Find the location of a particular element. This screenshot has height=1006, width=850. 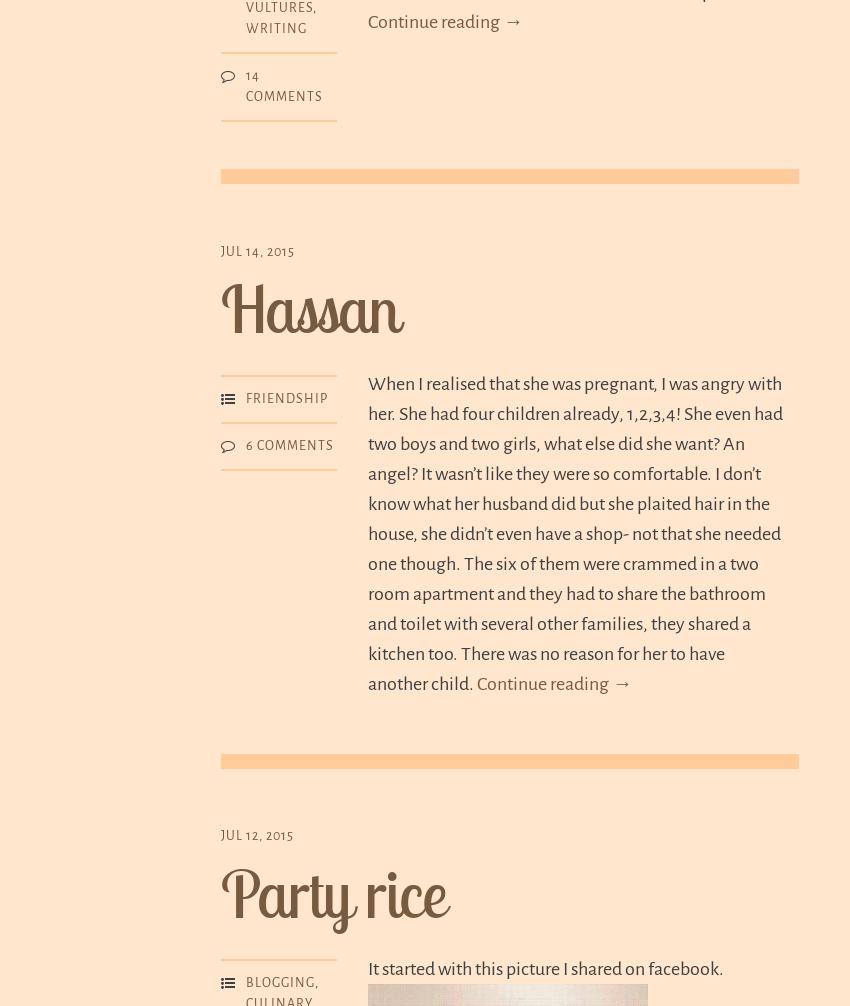

'Jul 12, 2015' is located at coordinates (256, 834).